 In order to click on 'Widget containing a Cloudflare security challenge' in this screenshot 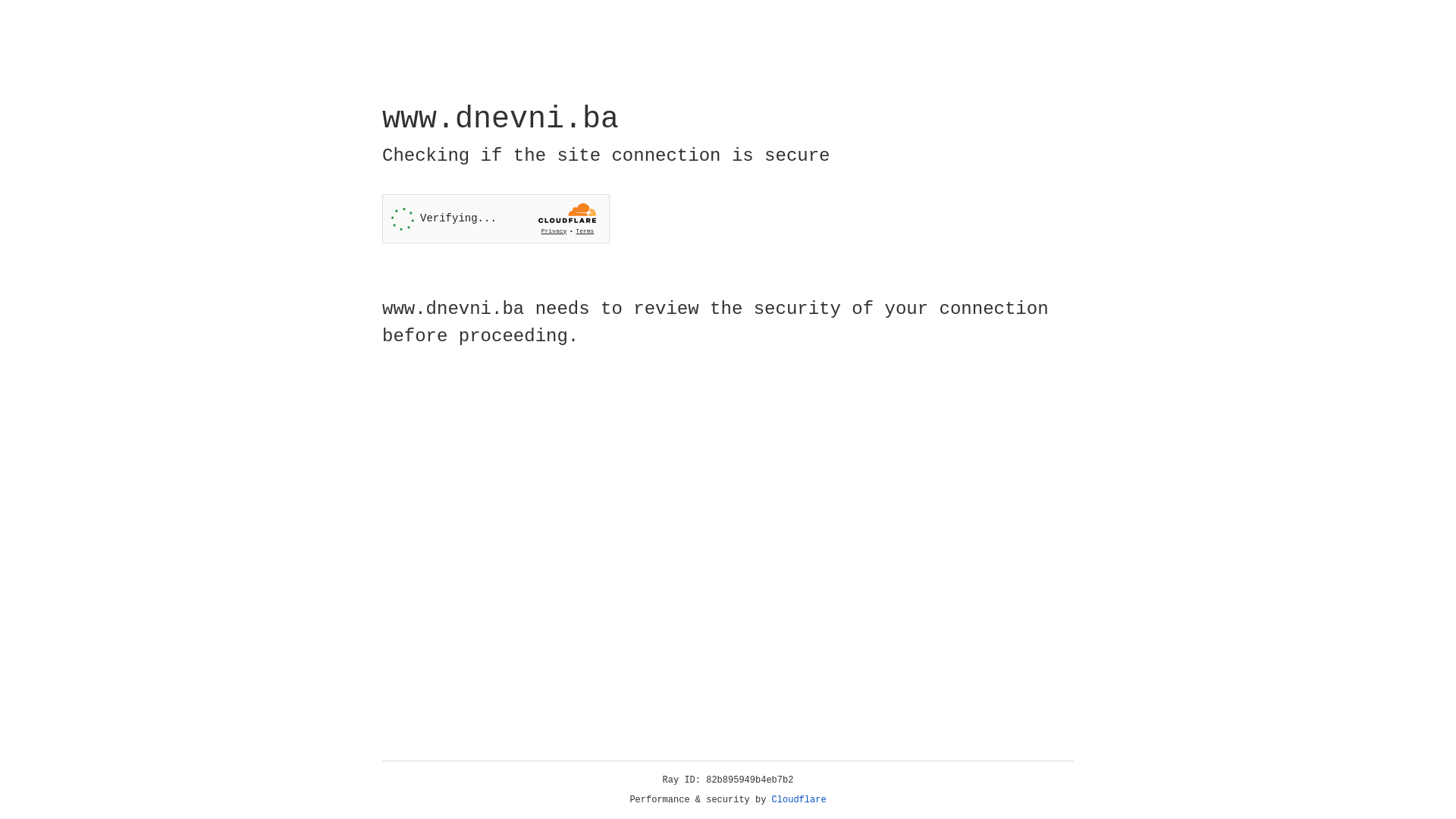, I will do `click(495, 218)`.